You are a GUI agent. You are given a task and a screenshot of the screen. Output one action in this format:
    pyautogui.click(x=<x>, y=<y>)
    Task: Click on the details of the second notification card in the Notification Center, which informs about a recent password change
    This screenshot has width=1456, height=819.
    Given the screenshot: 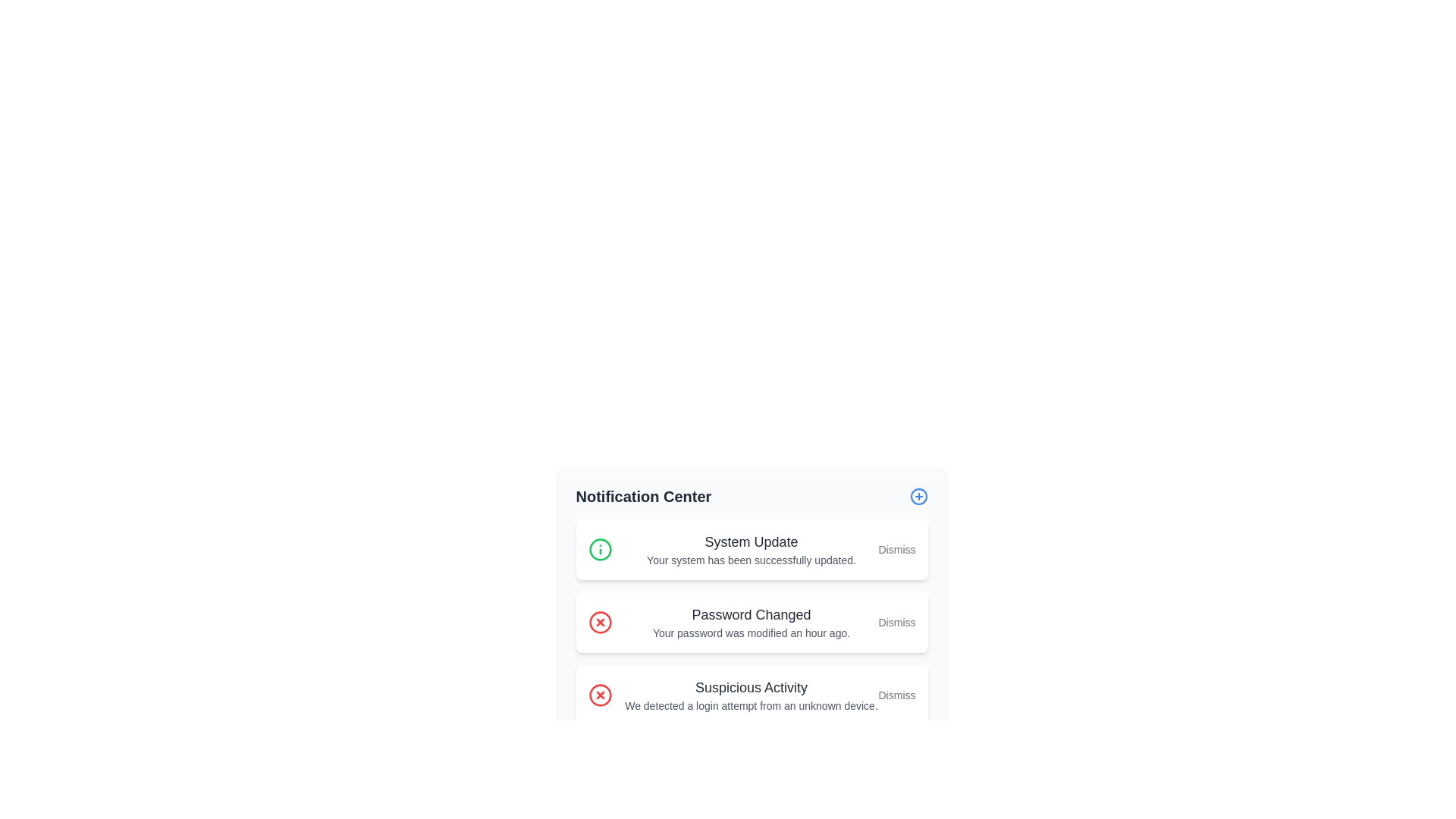 What is the action you would take?
    pyautogui.click(x=752, y=623)
    